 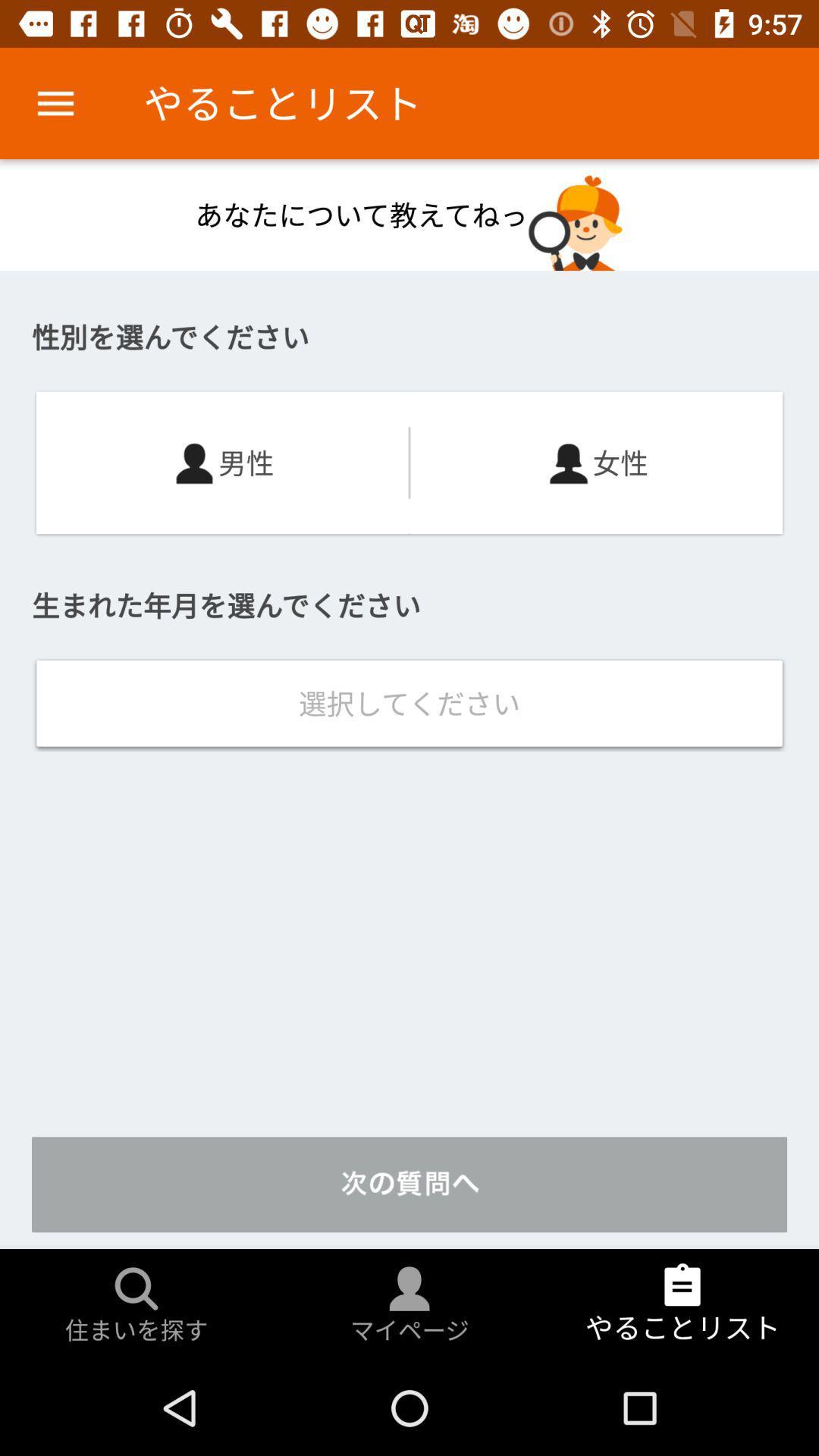 I want to click on the female profile icon, so click(x=569, y=462).